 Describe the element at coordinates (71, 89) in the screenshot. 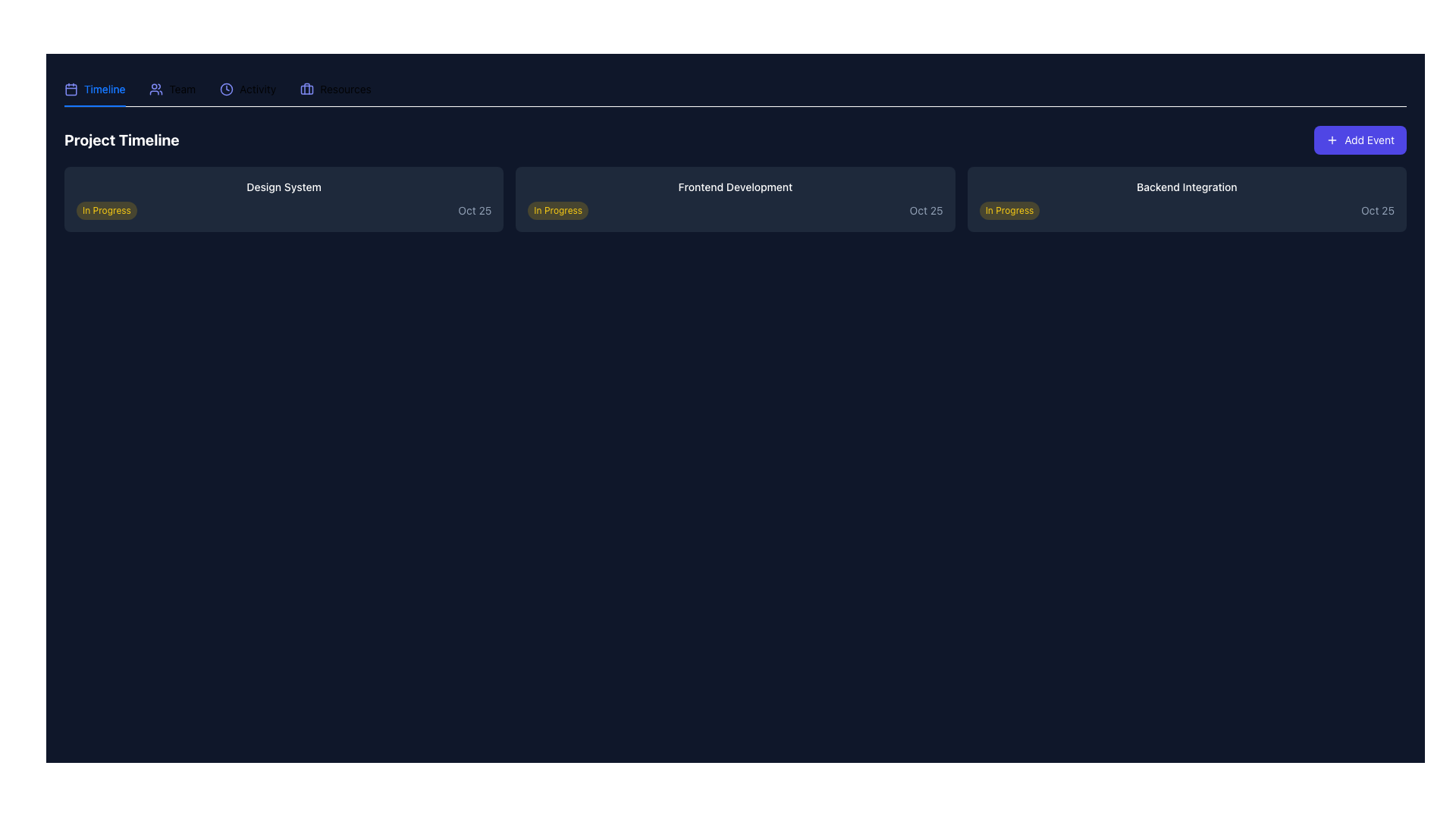

I see `the calendar icon in the navigation interface, which is located to the left of the 'Timeline' text` at that location.